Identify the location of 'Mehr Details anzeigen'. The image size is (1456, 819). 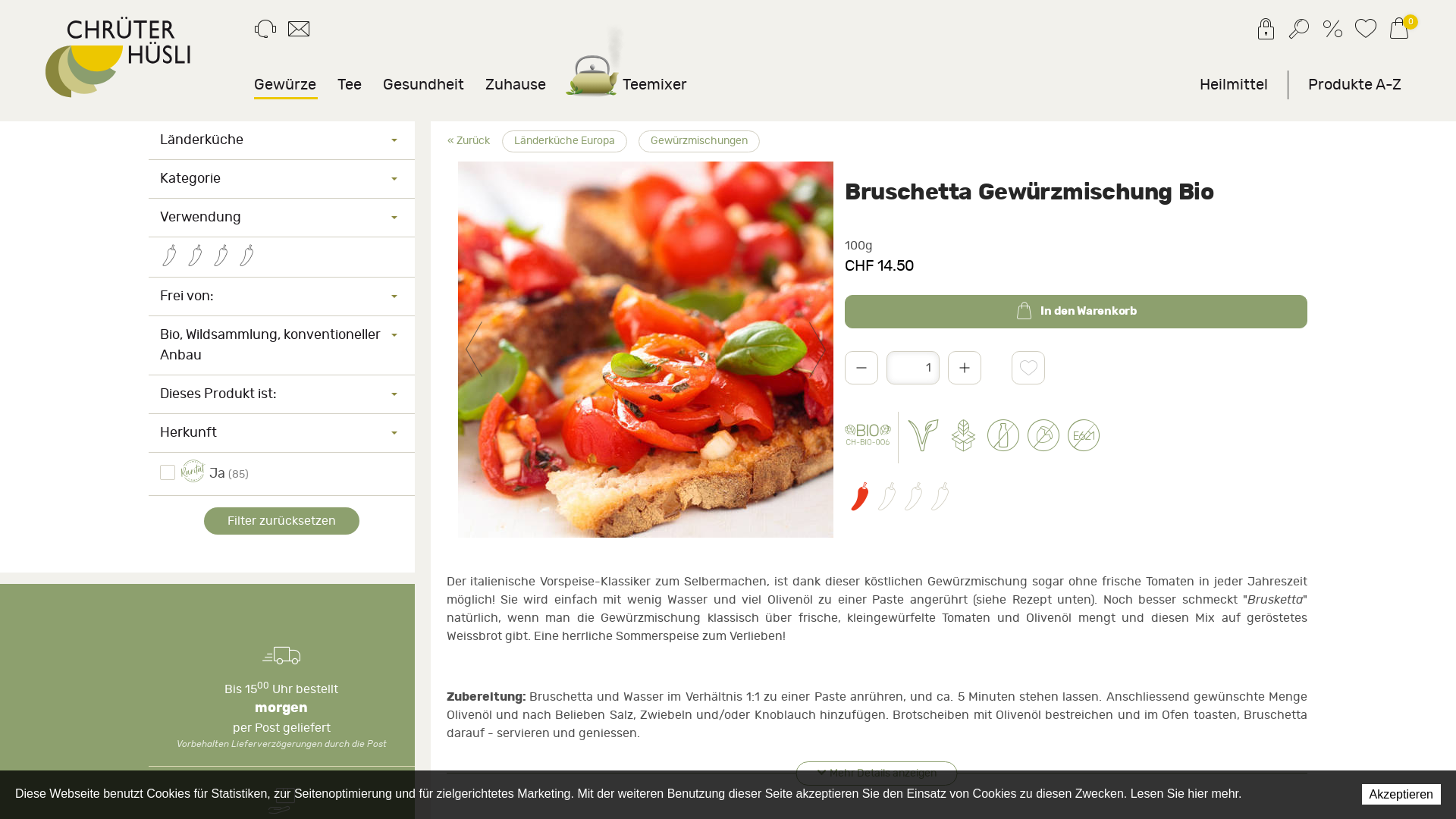
(795, 773).